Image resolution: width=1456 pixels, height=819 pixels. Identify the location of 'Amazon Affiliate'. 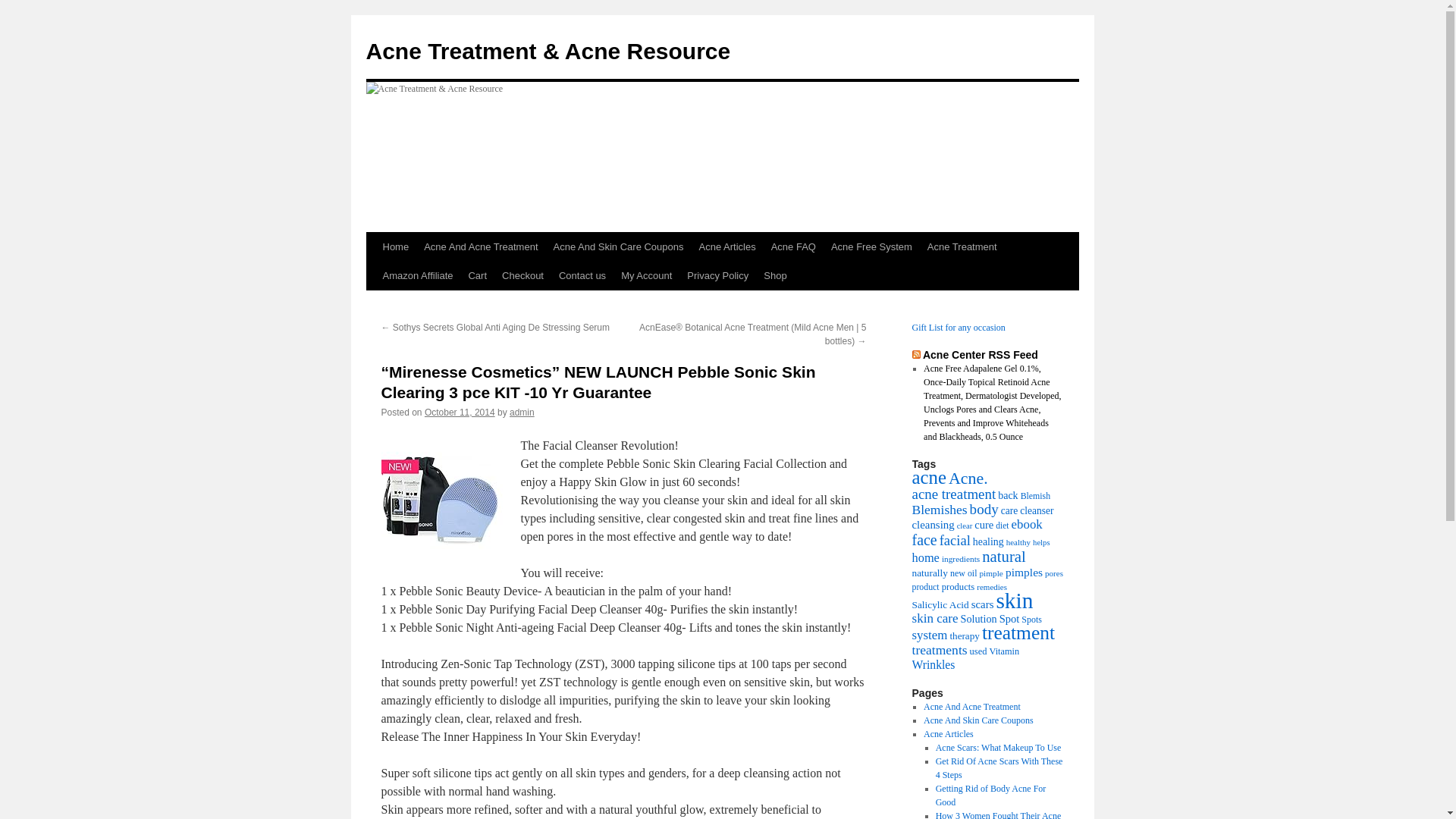
(417, 275).